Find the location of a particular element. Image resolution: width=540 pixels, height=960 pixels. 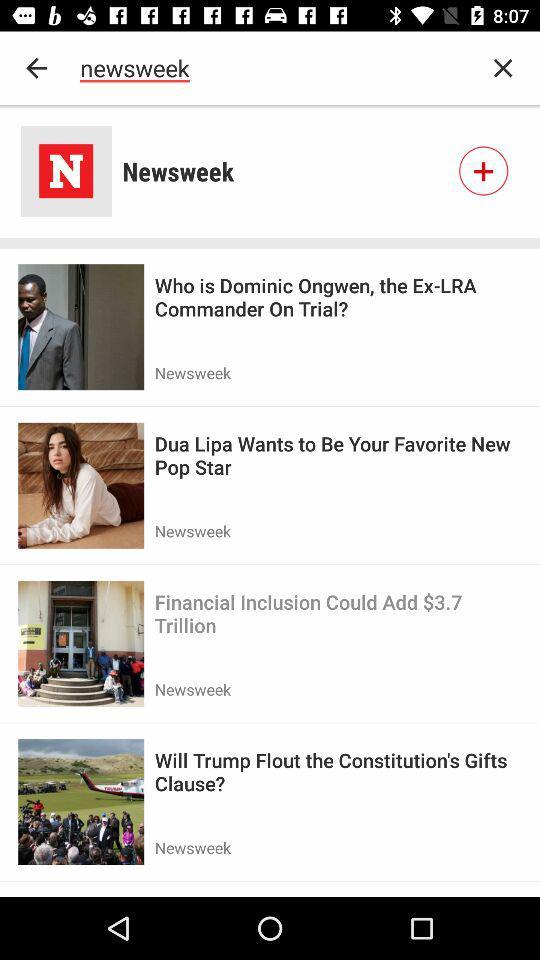

add newsweek is located at coordinates (482, 170).